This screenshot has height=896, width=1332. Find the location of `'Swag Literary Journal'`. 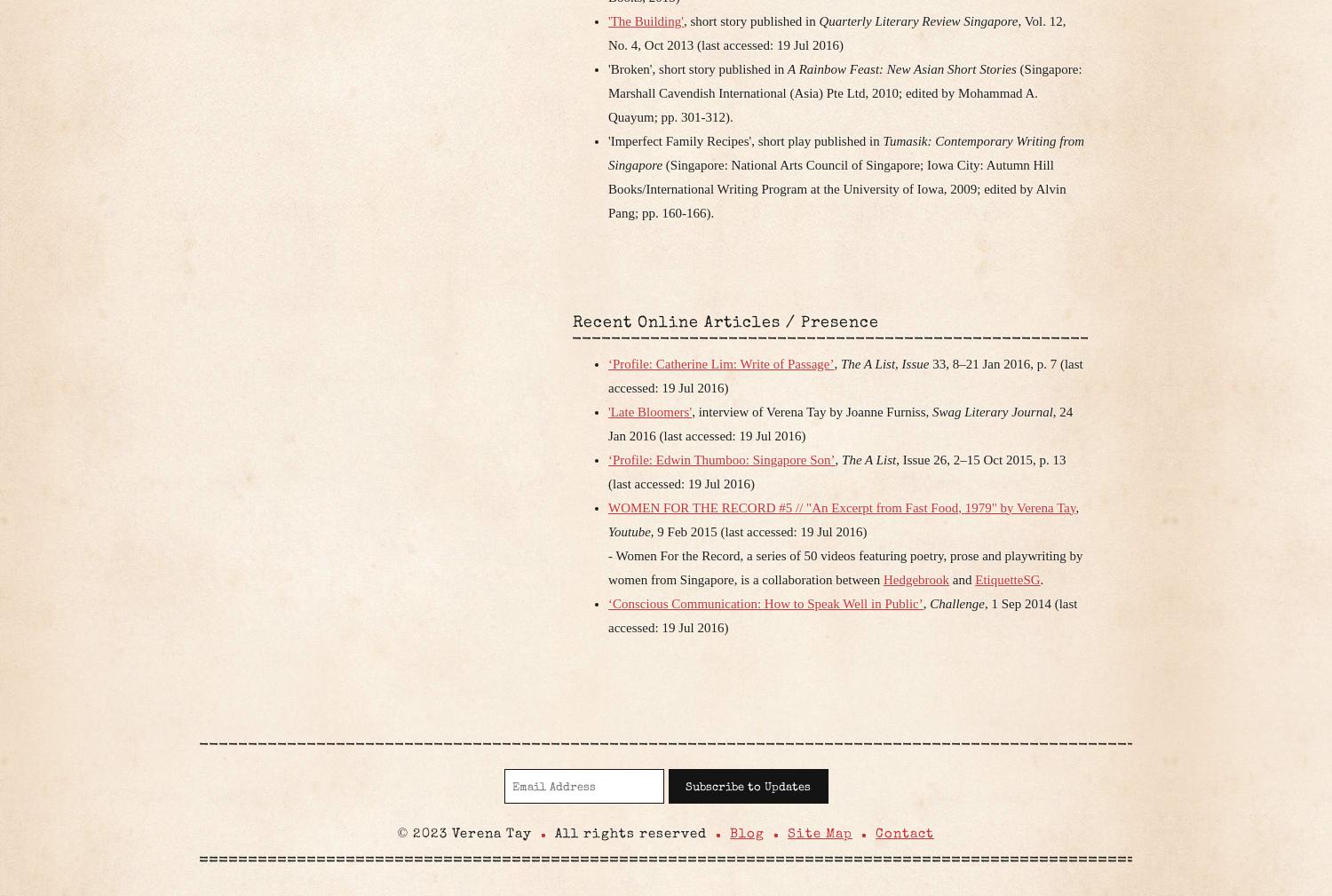

'Swag Literary Journal' is located at coordinates (991, 410).